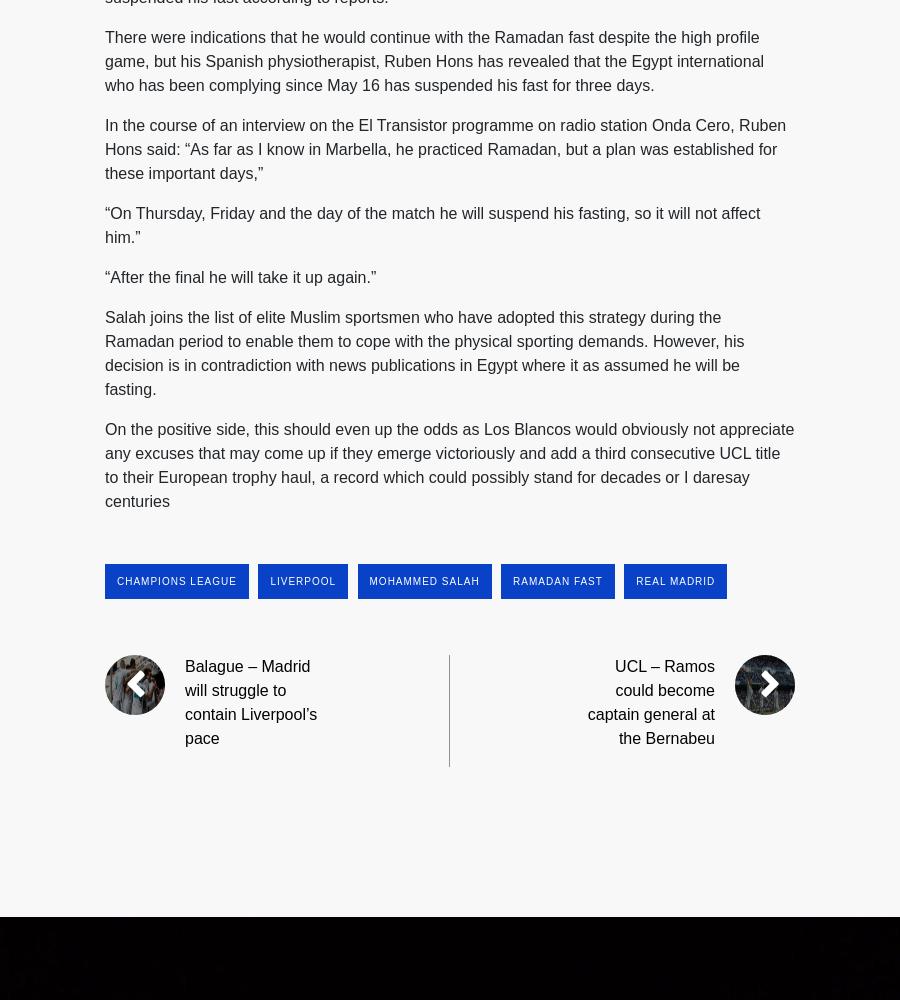  Describe the element at coordinates (239, 276) in the screenshot. I see `'“After the final he will take it up again.”'` at that location.